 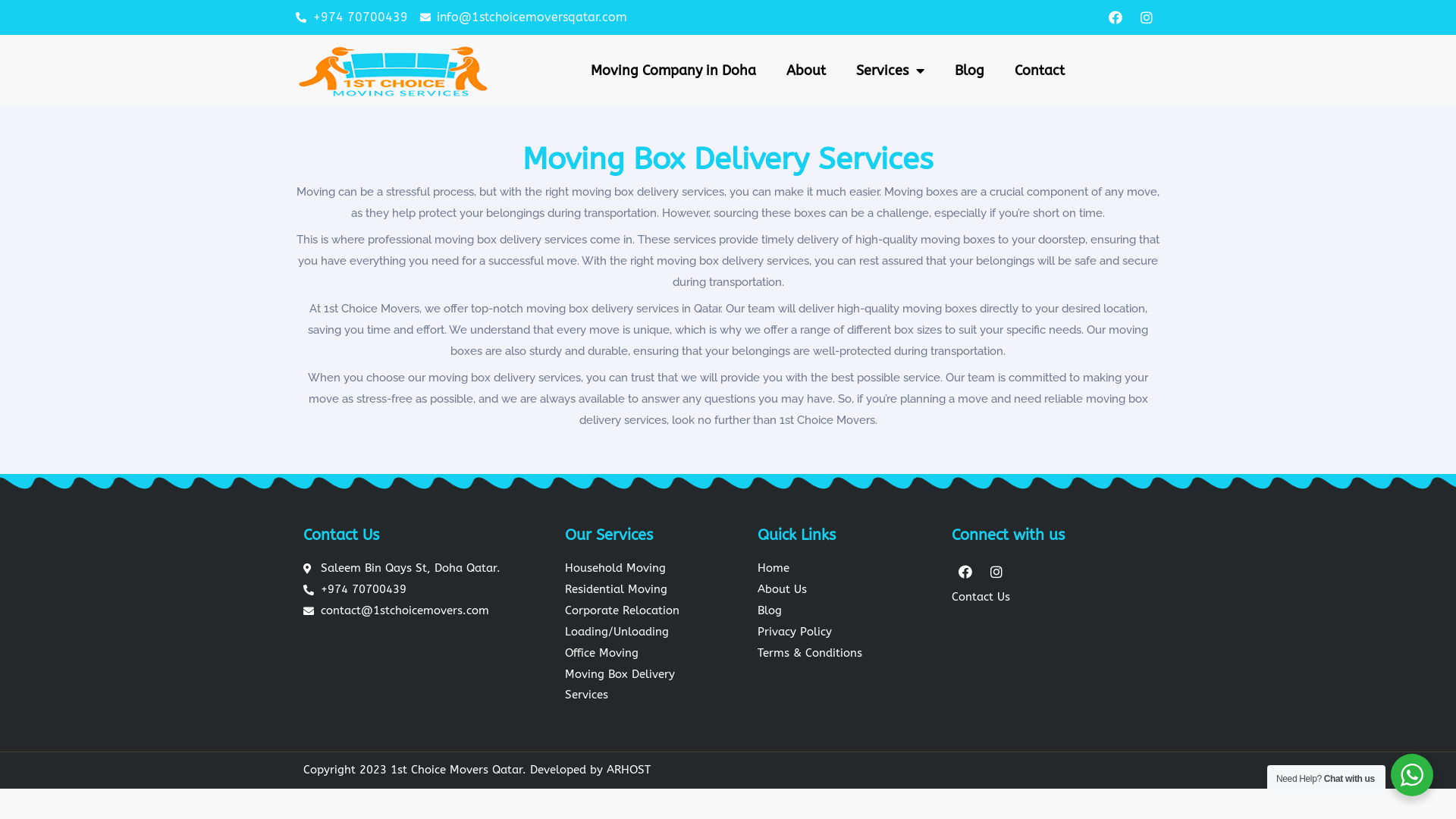 I want to click on 'Loading/Unloading', so click(x=642, y=632).